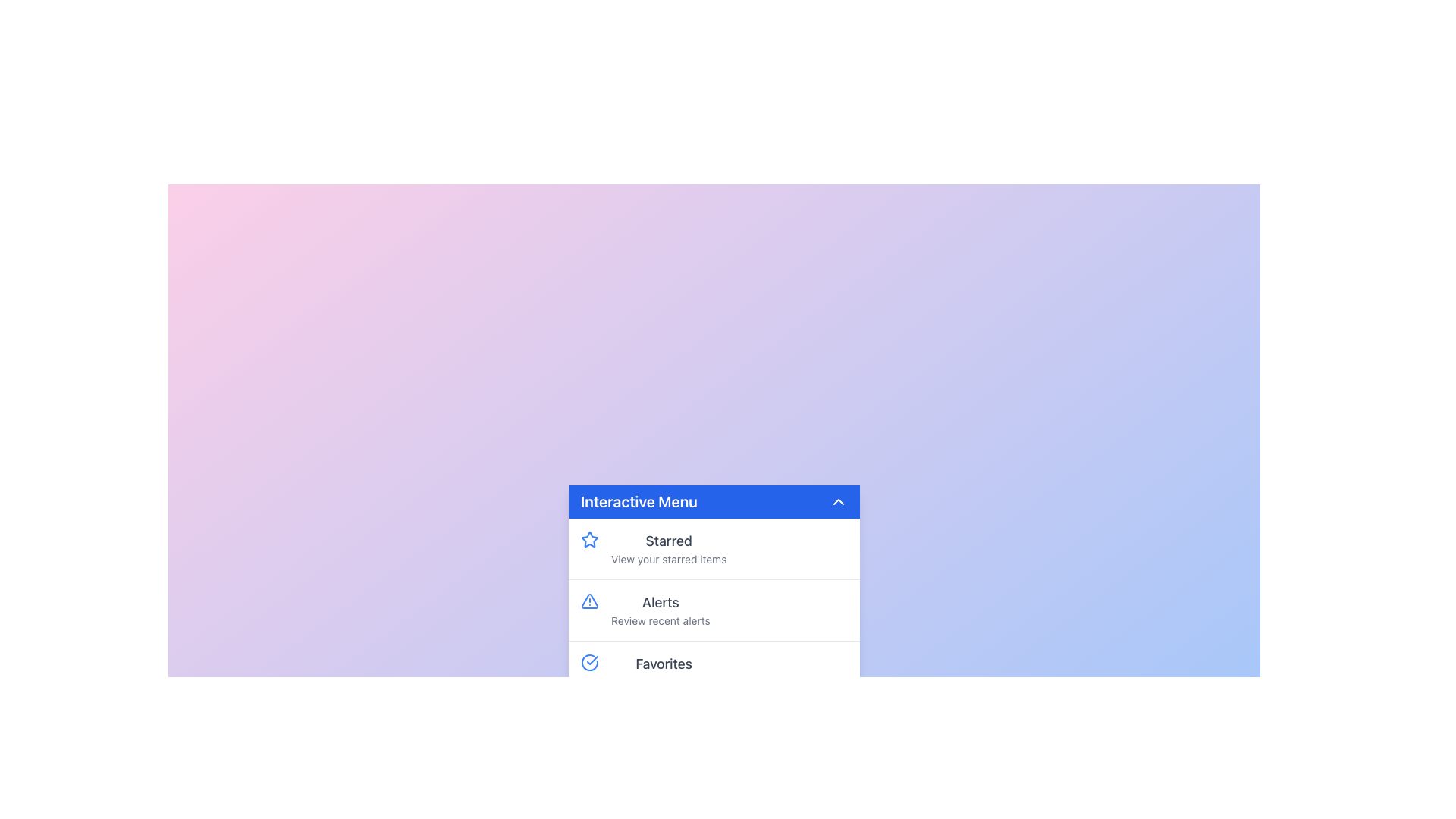  What do you see at coordinates (661, 610) in the screenshot?
I see `the Text Display element located as the second item in the 'Interactive Menu' dropdown, positioned between 'Starred' and 'Favorites'` at bounding box center [661, 610].